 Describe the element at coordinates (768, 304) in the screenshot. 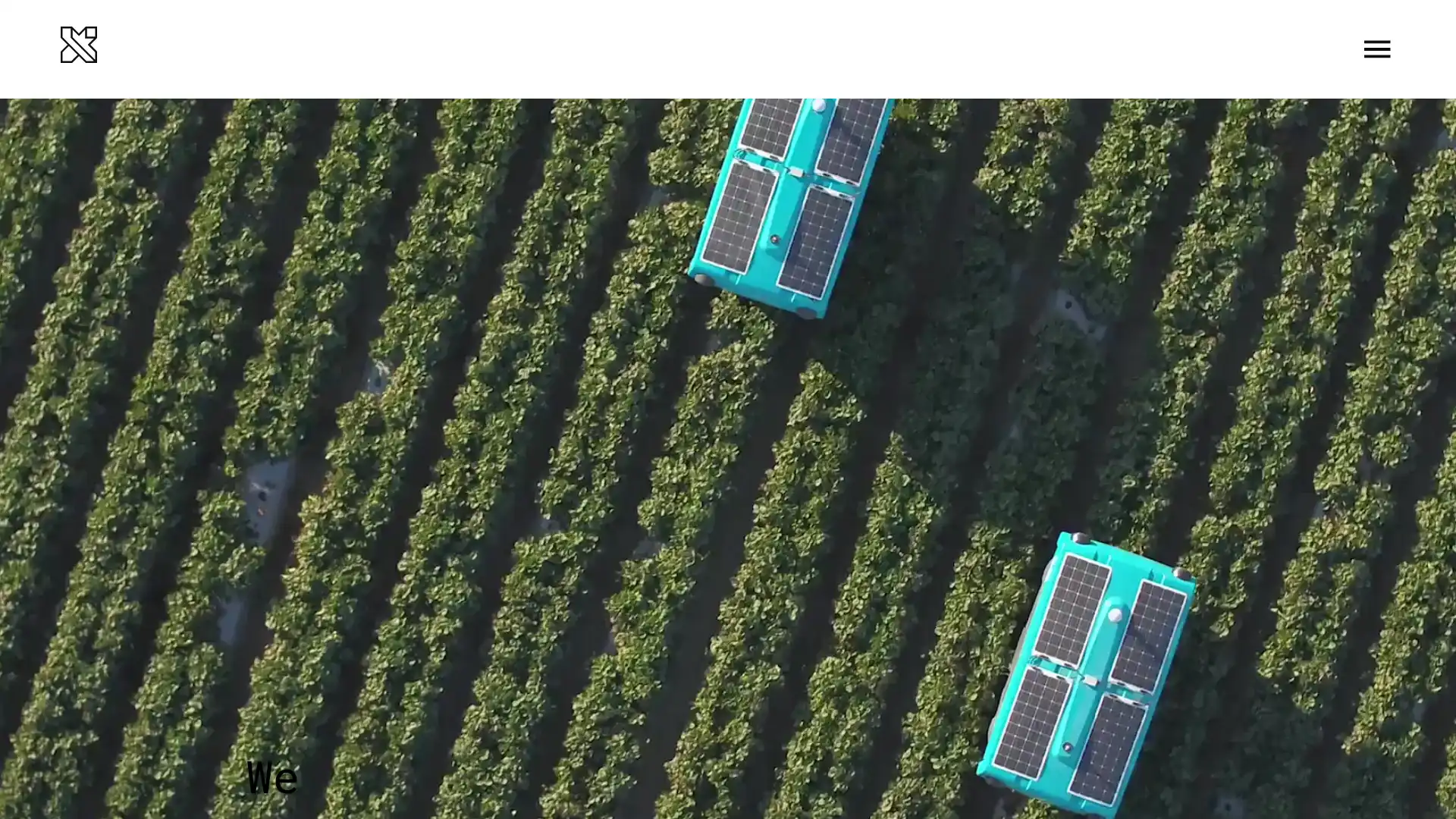

I see `Building everyday robots X announces the Everyday Robot Project, a project whose moonshot is to build robots that can learn to do a range of everyday tasks and ultimately become as helpful to people in the physical world as computers are now in the virtual world.` at that location.